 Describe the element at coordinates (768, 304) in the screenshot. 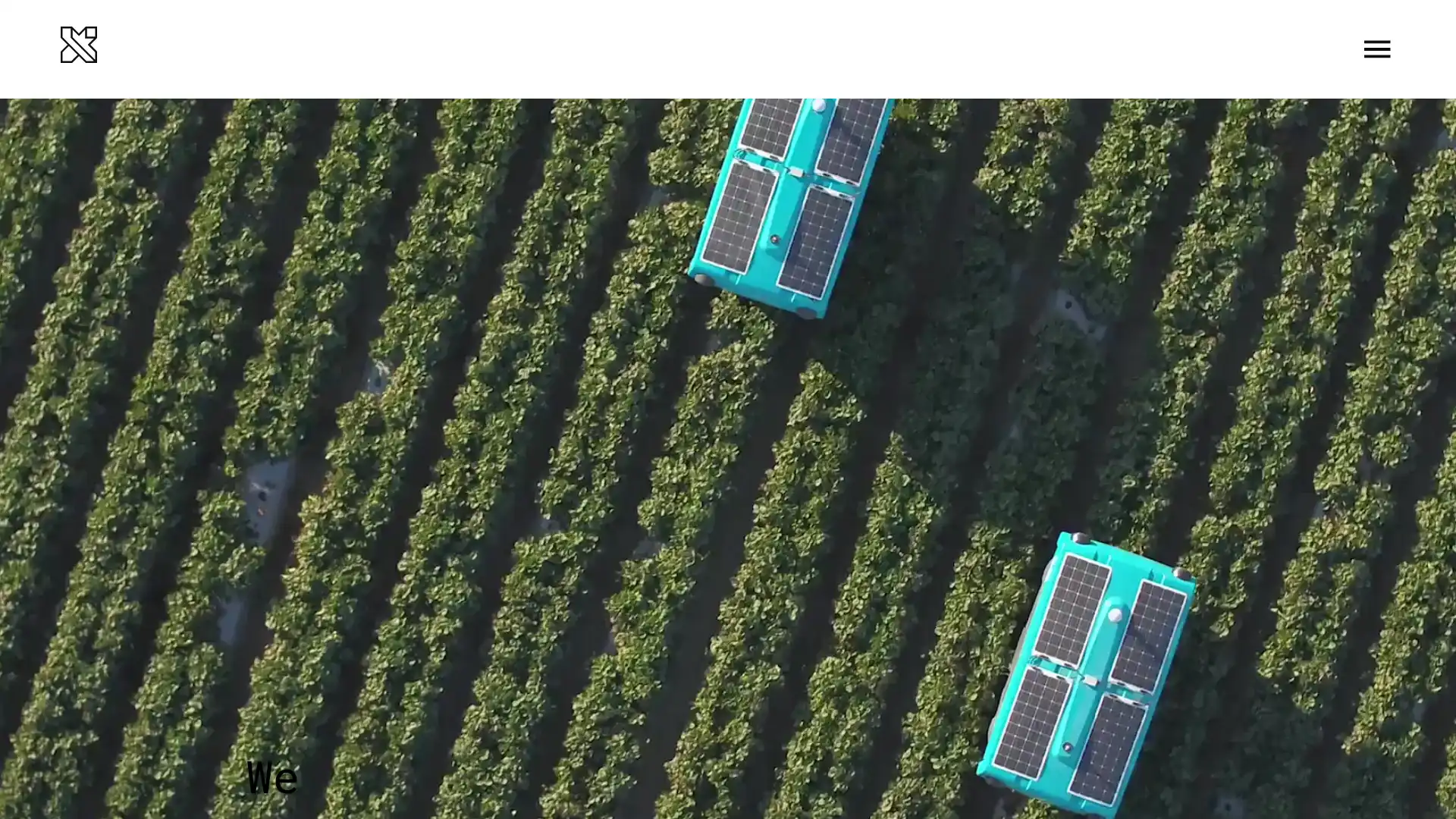

I see `Building everyday robots X announces the Everyday Robot Project, a project whose moonshot is to build robots that can learn to do a range of everyday tasks and ultimately become as helpful to people in the physical world as computers are now in the virtual world.` at that location.